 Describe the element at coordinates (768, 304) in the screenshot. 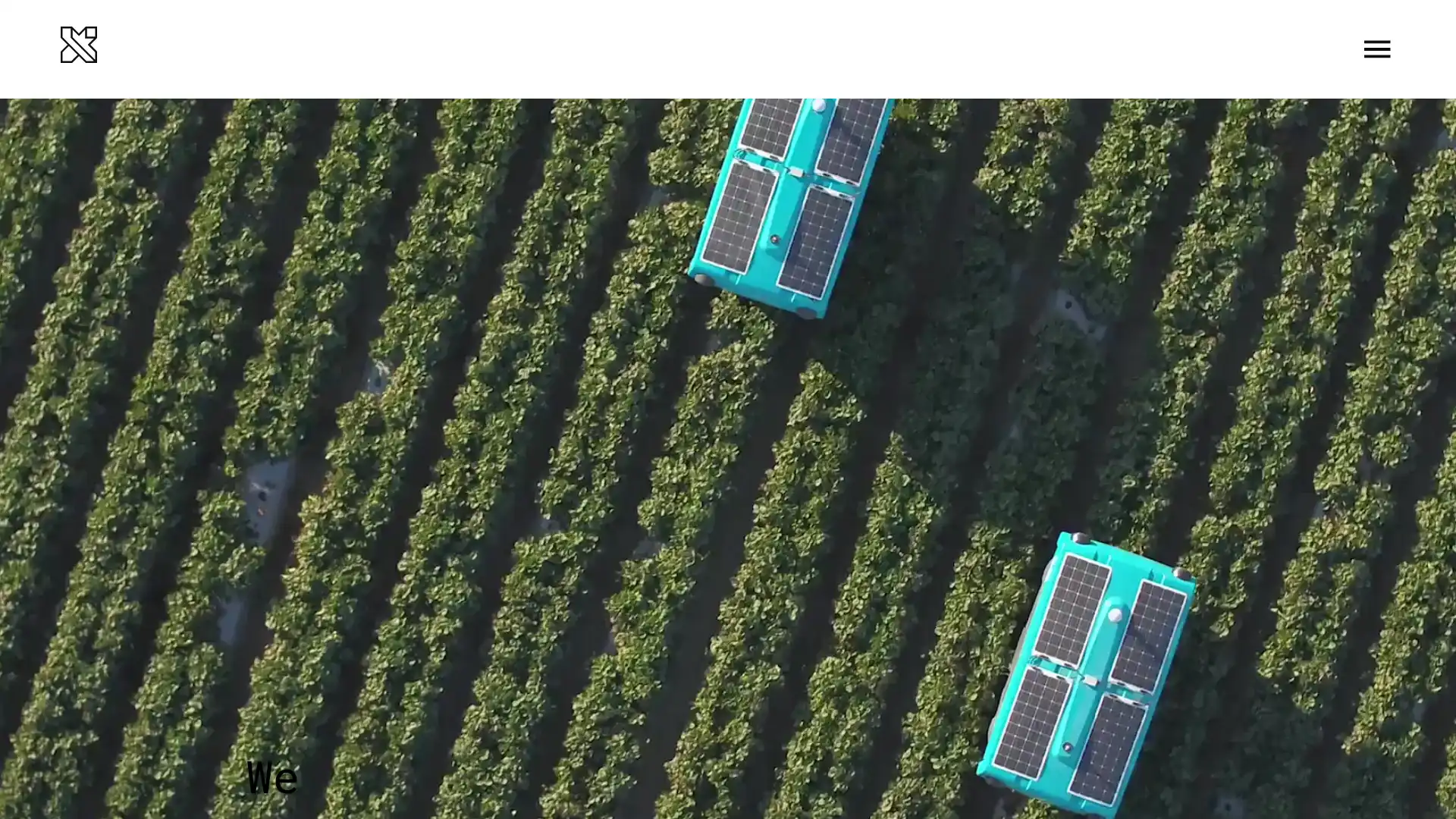

I see `Building everyday robots X announces the Everyday Robot Project, a project whose moonshot is to build robots that can learn to do a range of everyday tasks and ultimately become as helpful to people in the physical world as computers are now in the virtual world.` at that location.